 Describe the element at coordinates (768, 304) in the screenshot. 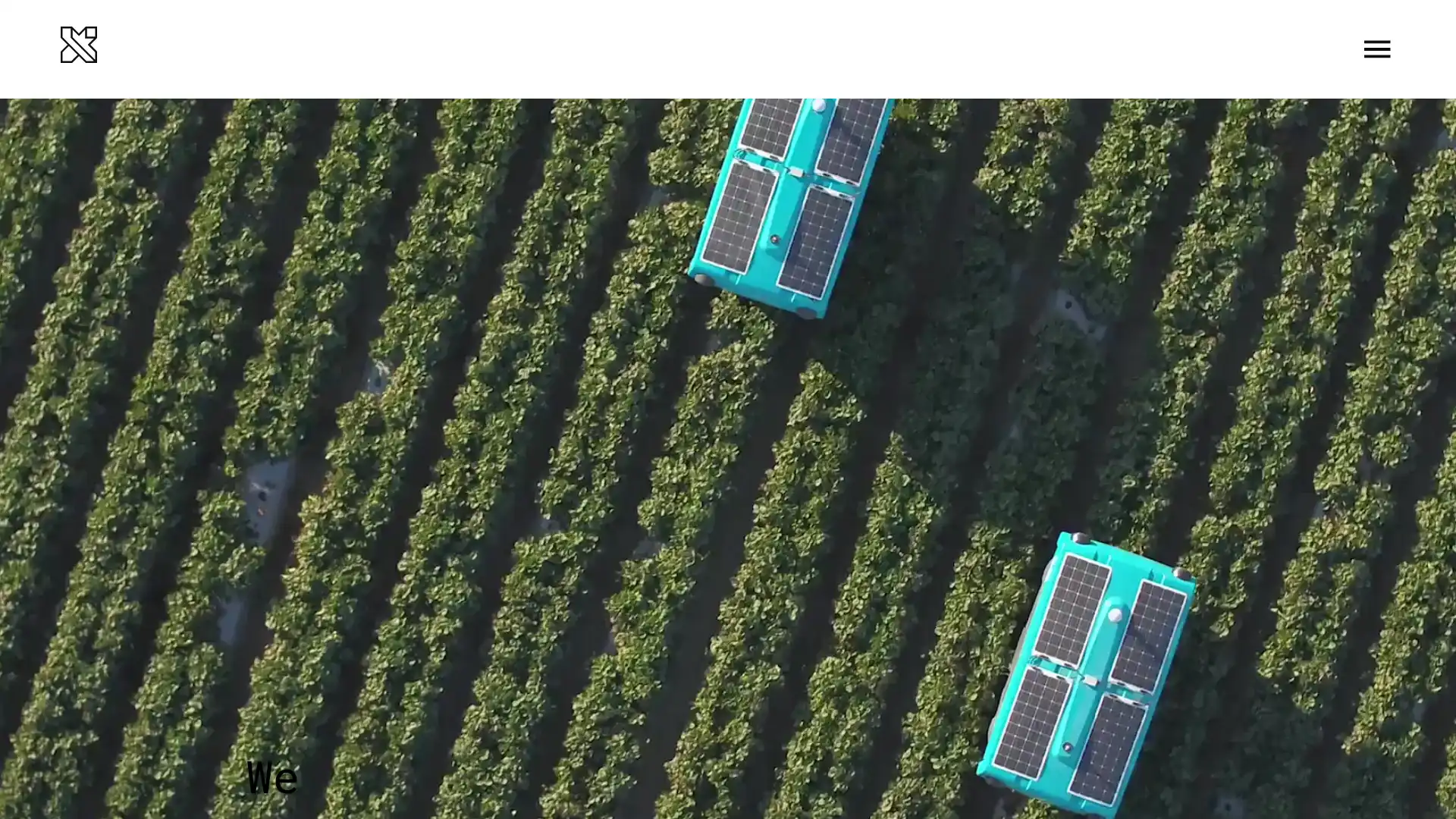

I see `Building everyday robots X announces the Everyday Robot Project, a project whose moonshot is to build robots that can learn to do a range of everyday tasks and ultimately become as helpful to people in the physical world as computers are now in the virtual world.` at that location.